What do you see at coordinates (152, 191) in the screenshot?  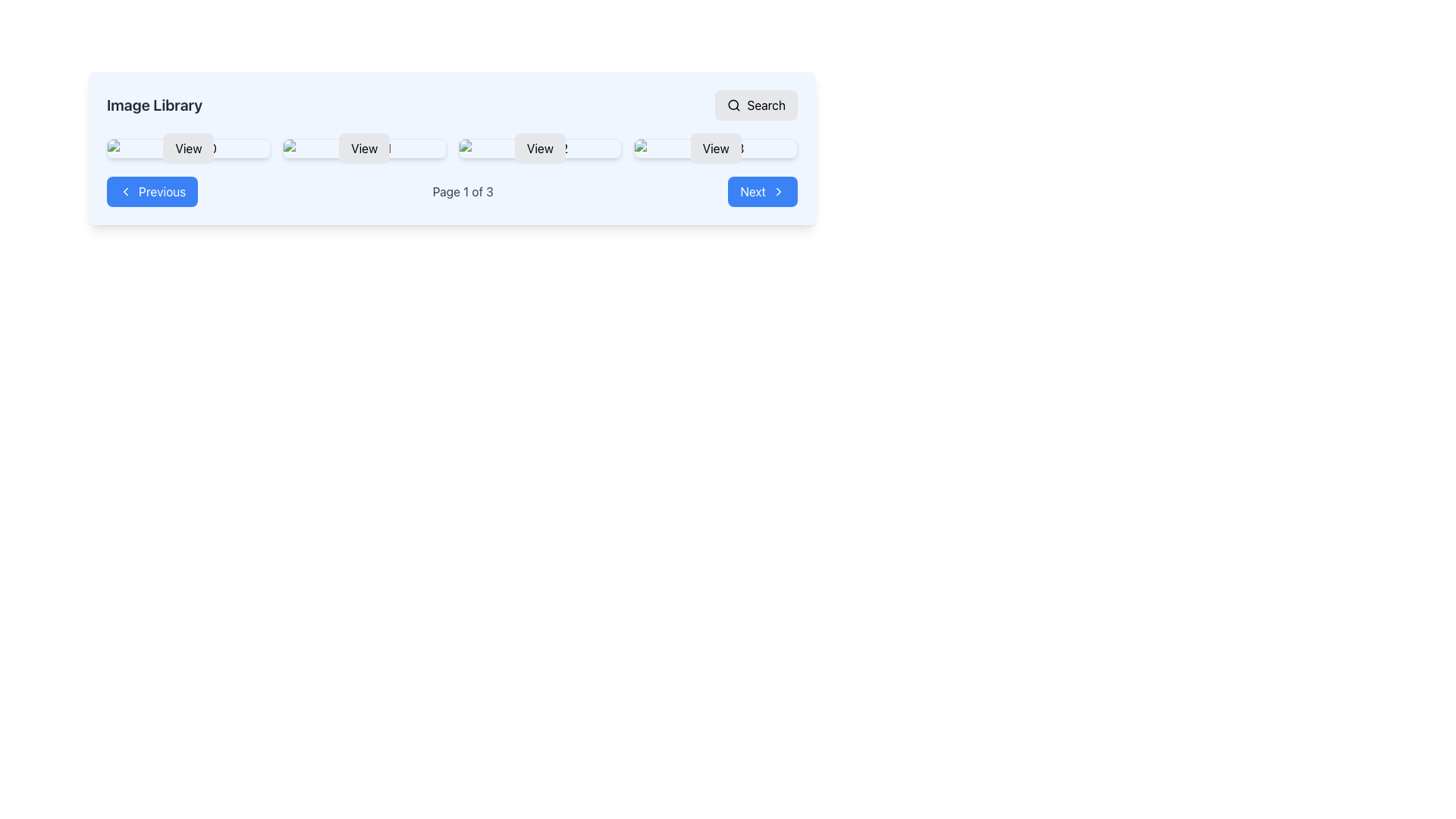 I see `the first button in the bottom left corner of the navigation bar` at bounding box center [152, 191].